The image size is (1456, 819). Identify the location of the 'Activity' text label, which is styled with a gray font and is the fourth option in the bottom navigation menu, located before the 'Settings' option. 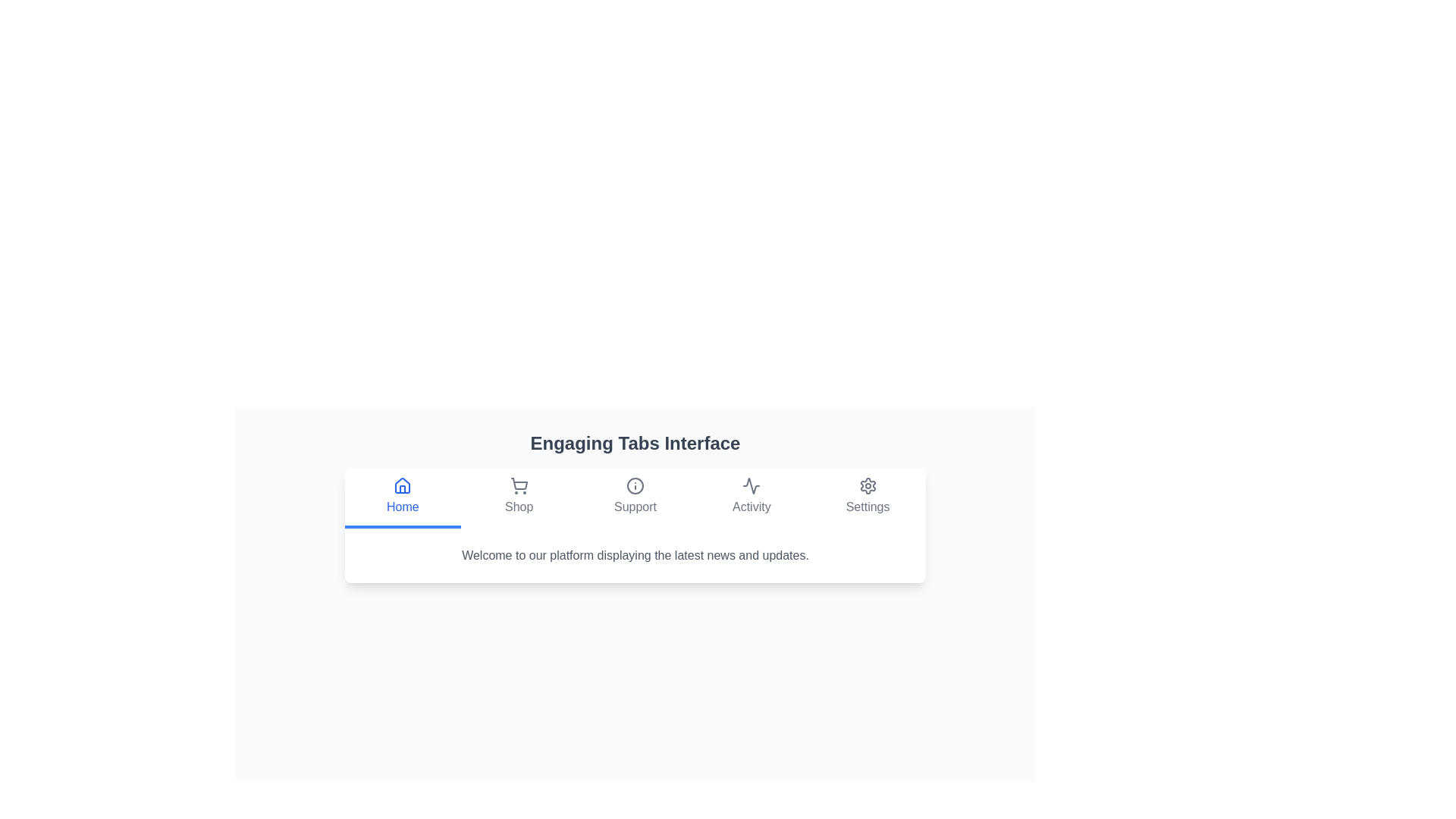
(752, 507).